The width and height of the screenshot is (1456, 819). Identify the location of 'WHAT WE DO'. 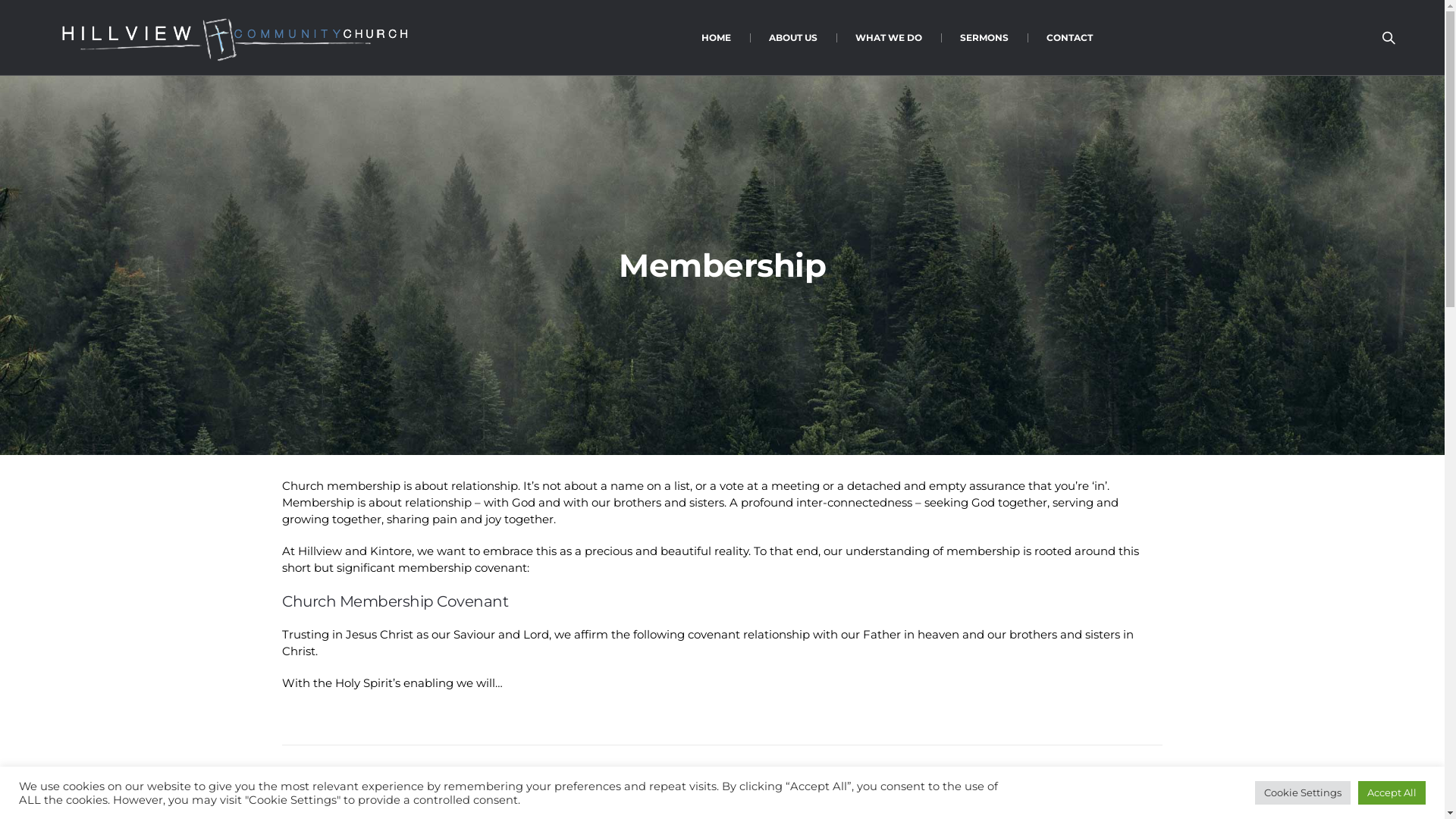
(835, 36).